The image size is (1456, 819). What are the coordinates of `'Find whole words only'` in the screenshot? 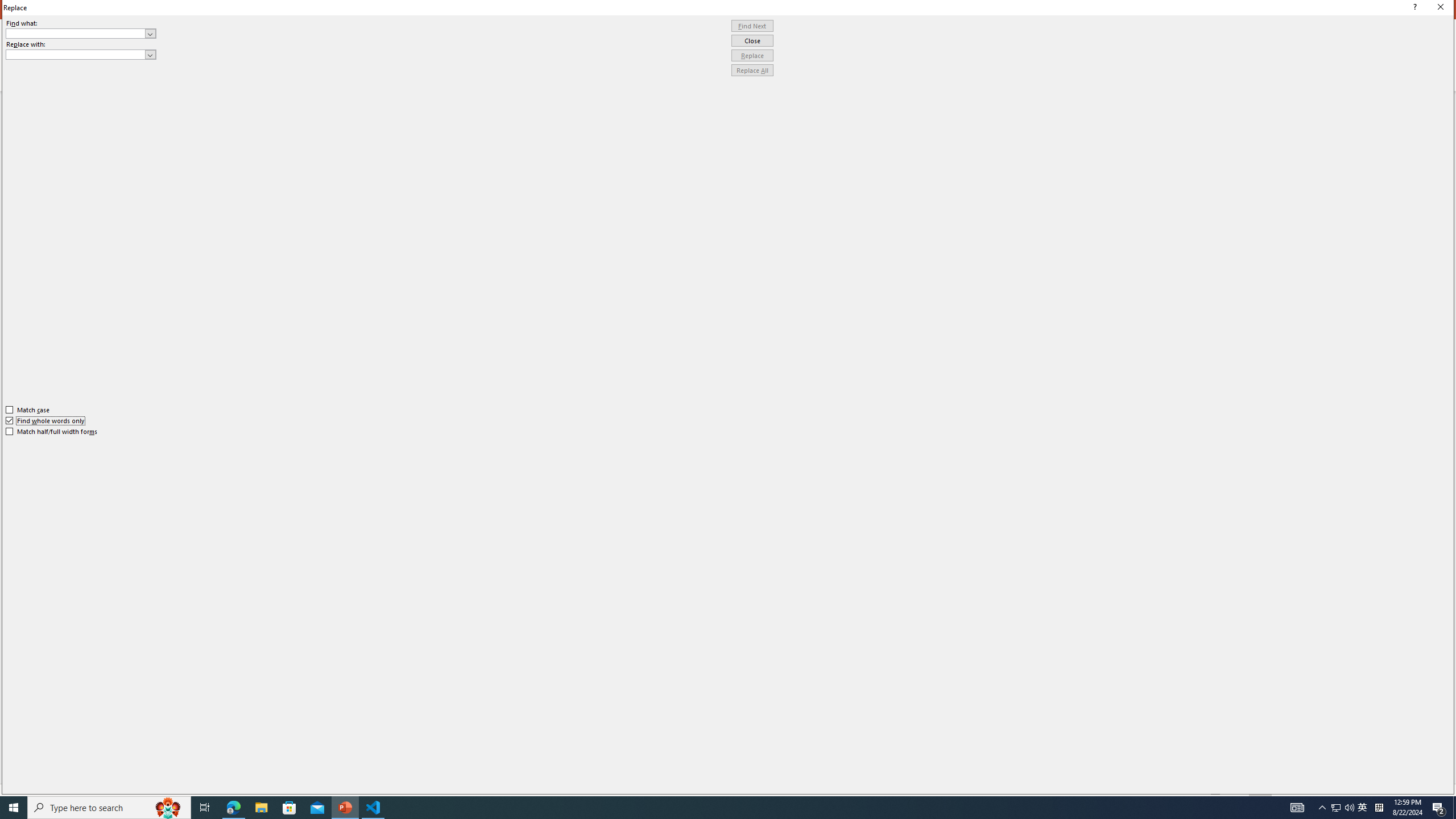 It's located at (45, 420).